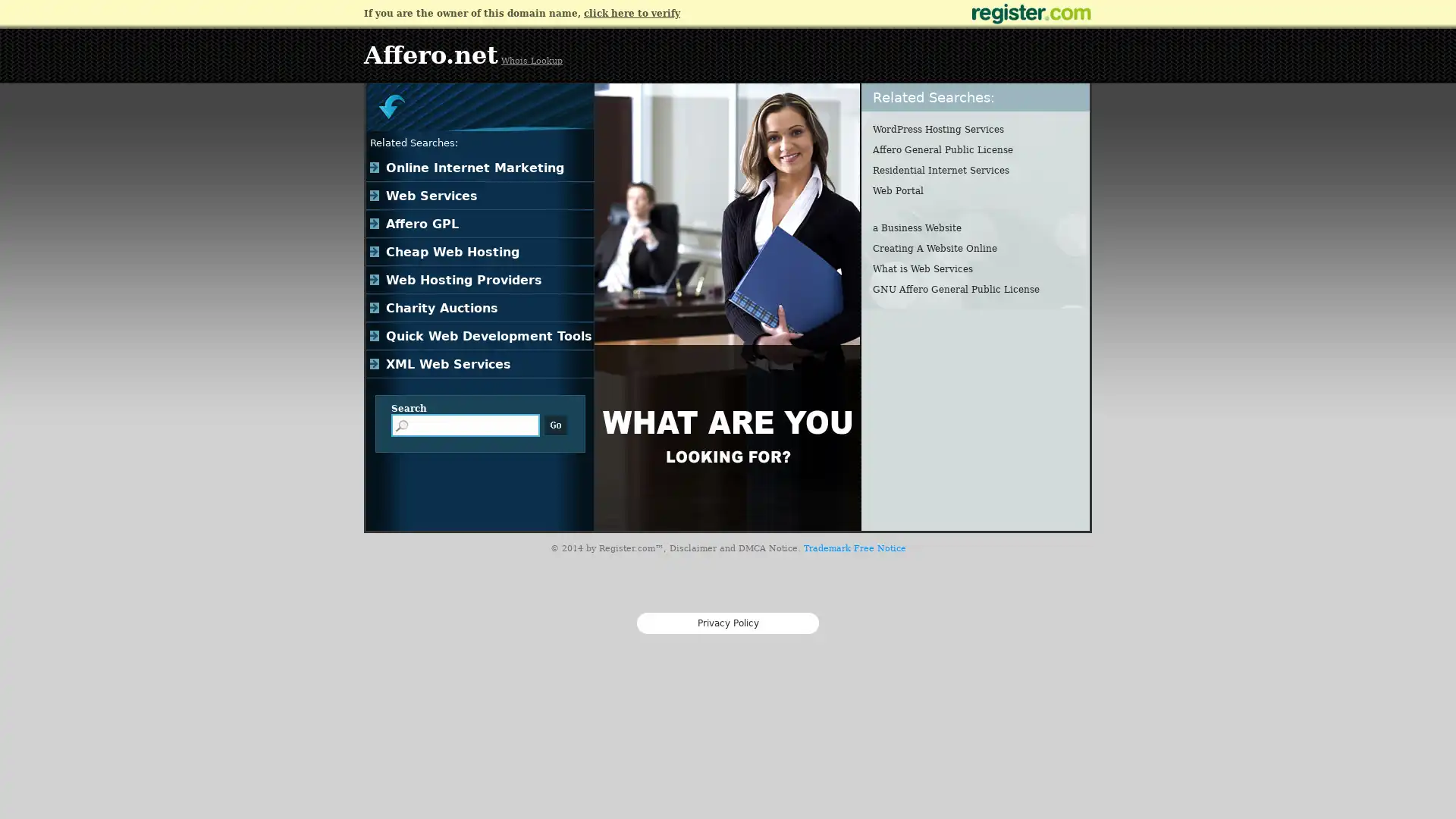  Describe the element at coordinates (555, 425) in the screenshot. I see `Go` at that location.